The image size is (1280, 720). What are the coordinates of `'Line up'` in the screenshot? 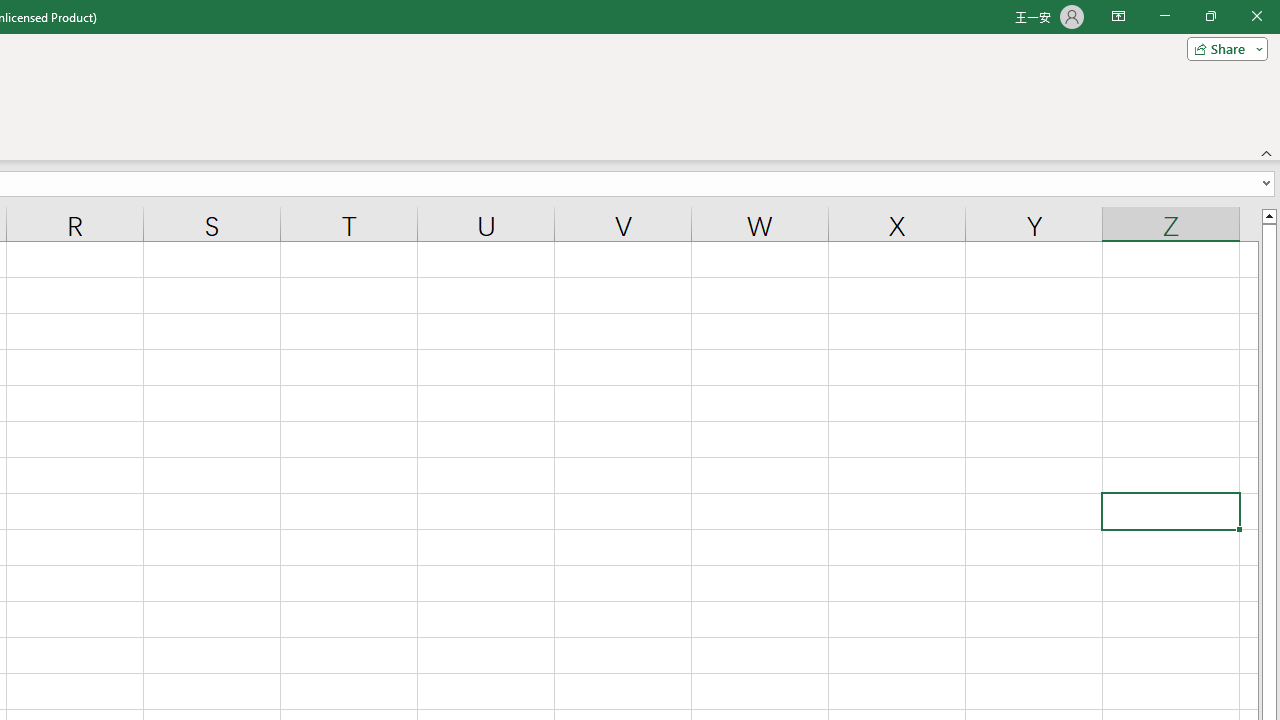 It's located at (1268, 215).